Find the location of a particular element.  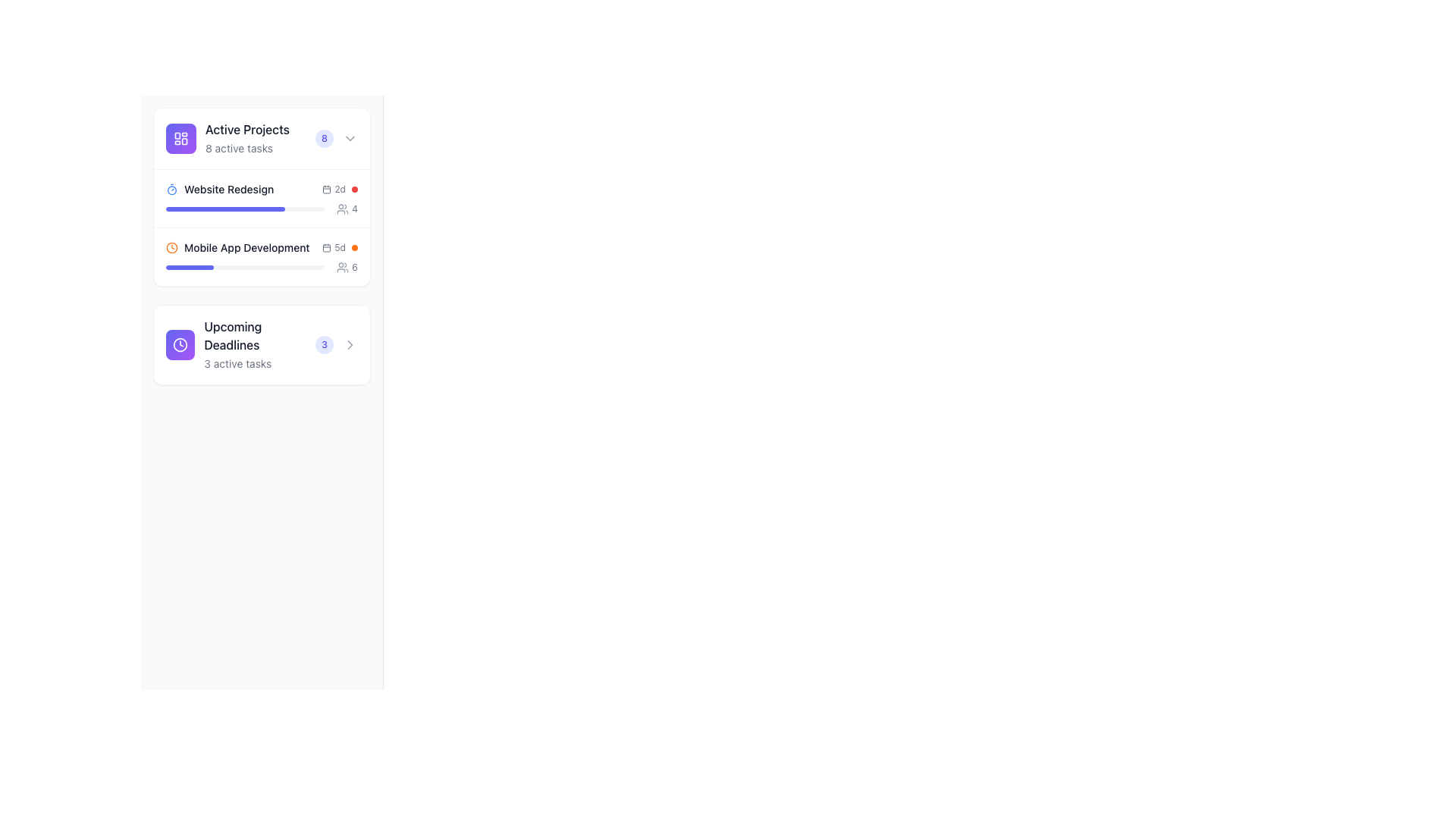

the small text label displaying the value '6' in gray font, located below the heading 'Mobile App Development' and positioned between a user icon and other text labels is located at coordinates (354, 267).